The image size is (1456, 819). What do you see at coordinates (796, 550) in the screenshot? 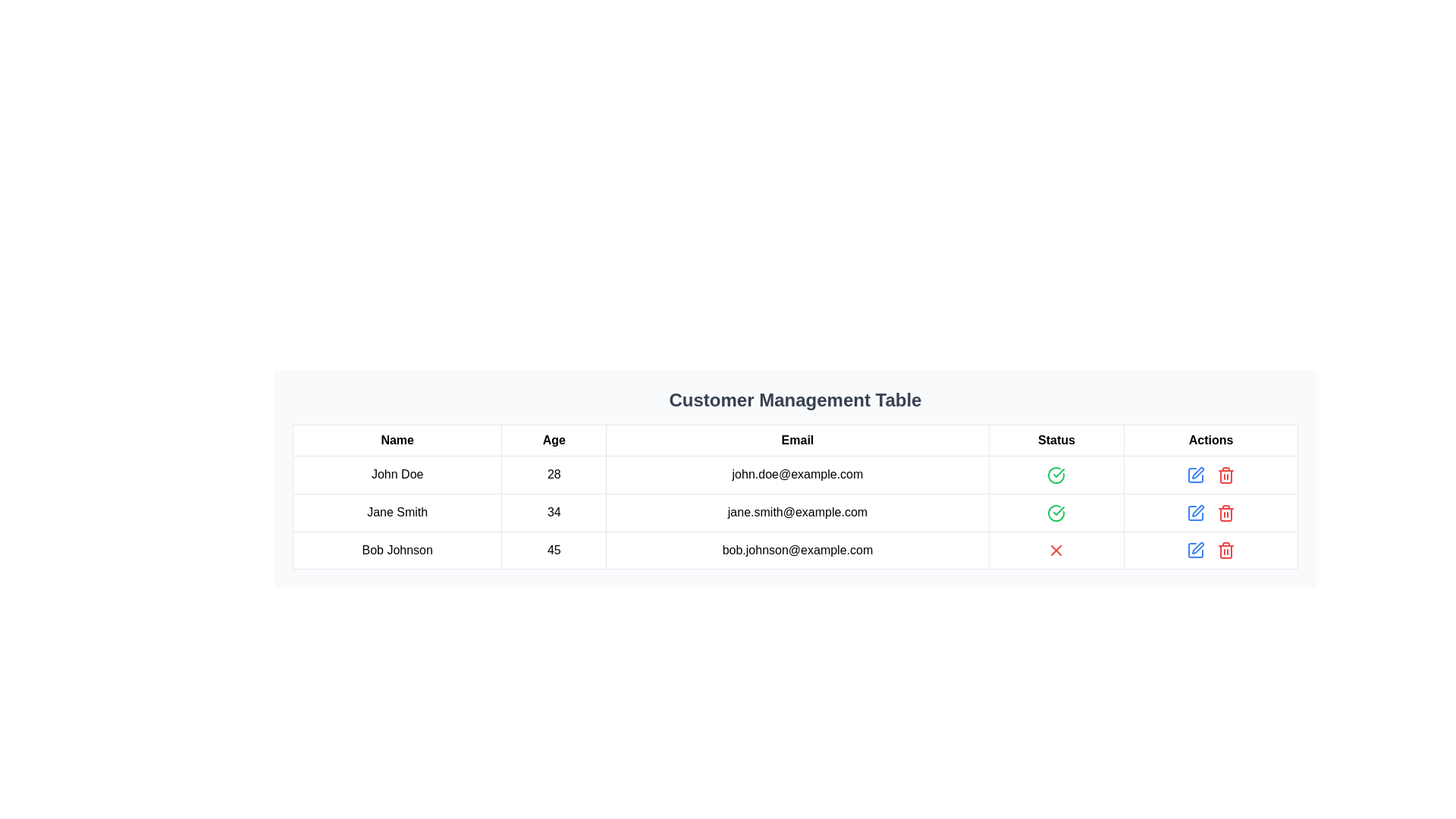
I see `the text element displaying the email address of user Bob Johnson, located in the third row of the table under the 'Email' column` at bounding box center [796, 550].